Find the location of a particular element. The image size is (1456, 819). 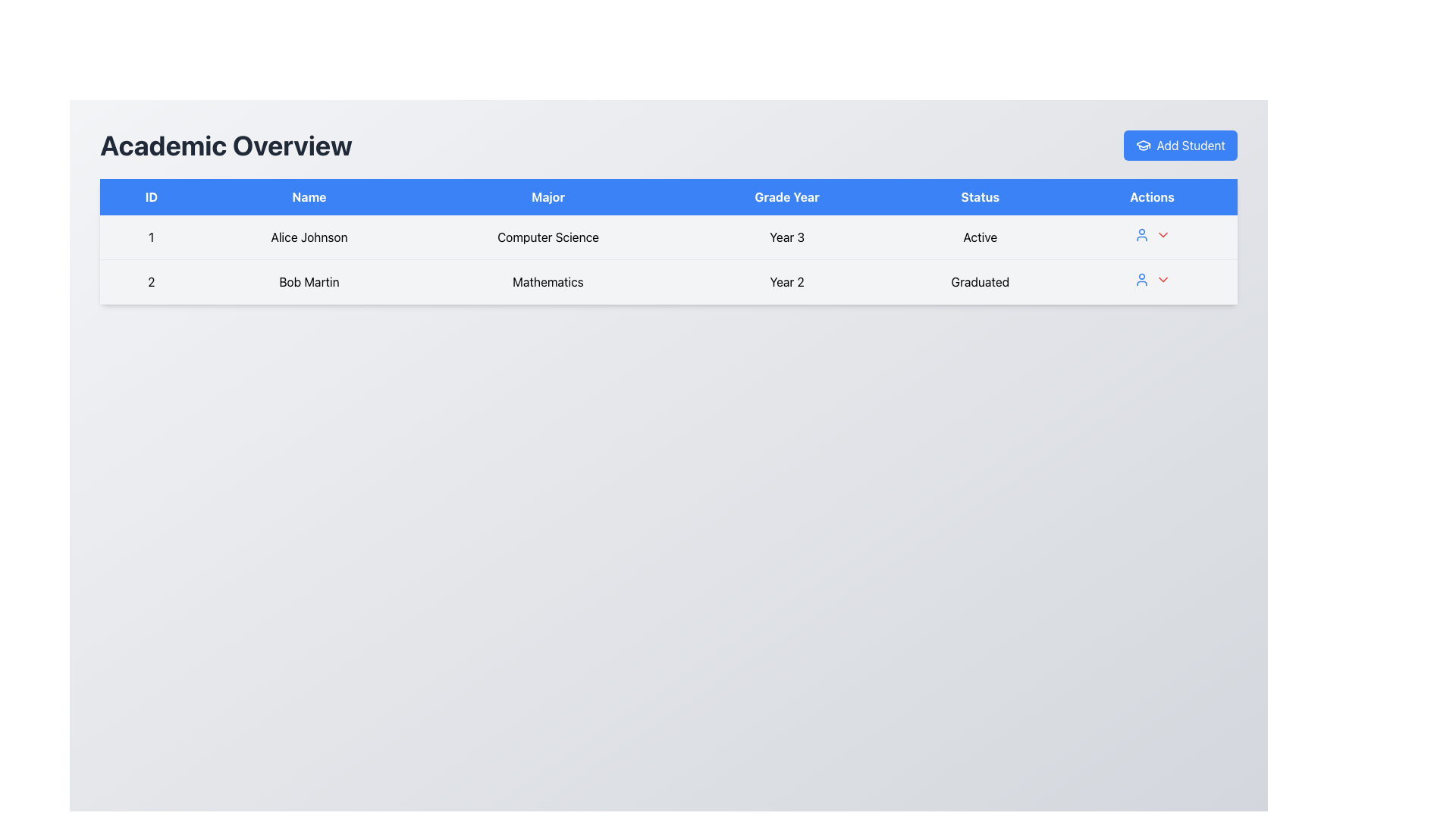

the graduation cap icon on the blue 'Add Student' button located at the top-right corner of the interface is located at coordinates (1143, 146).